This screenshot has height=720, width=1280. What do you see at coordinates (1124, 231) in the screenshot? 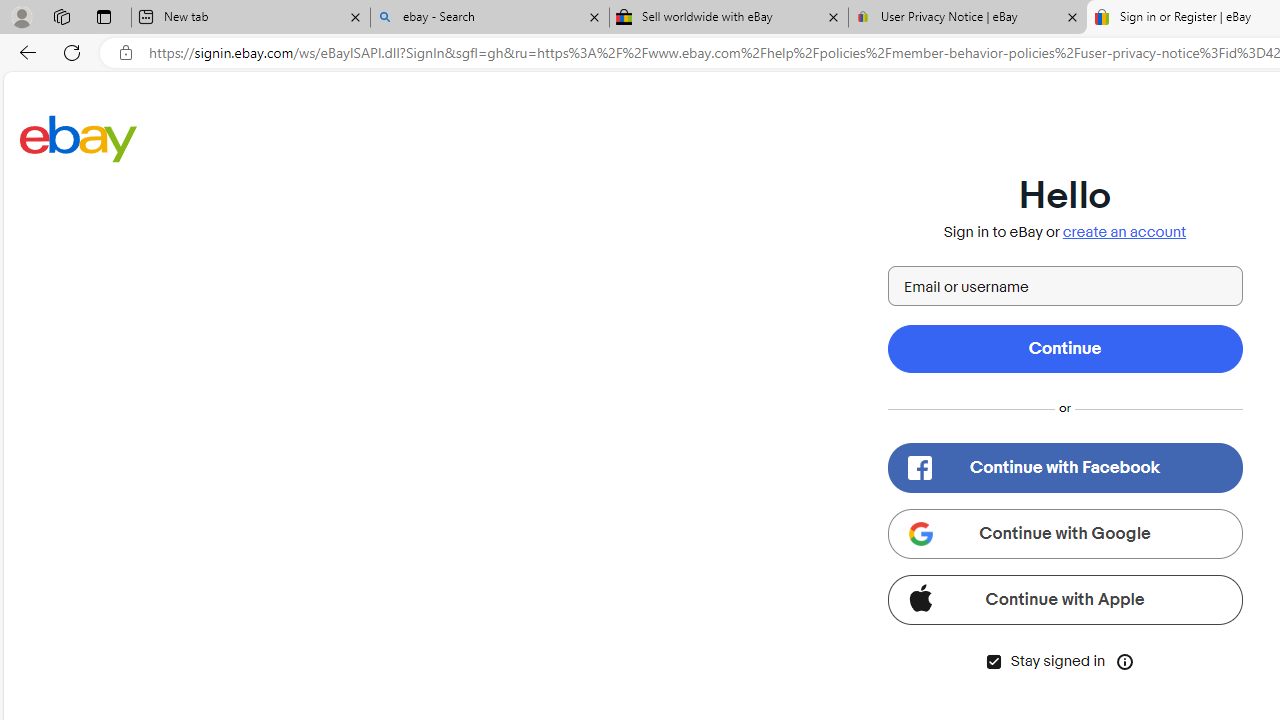
I see `'create an account'` at bounding box center [1124, 231].